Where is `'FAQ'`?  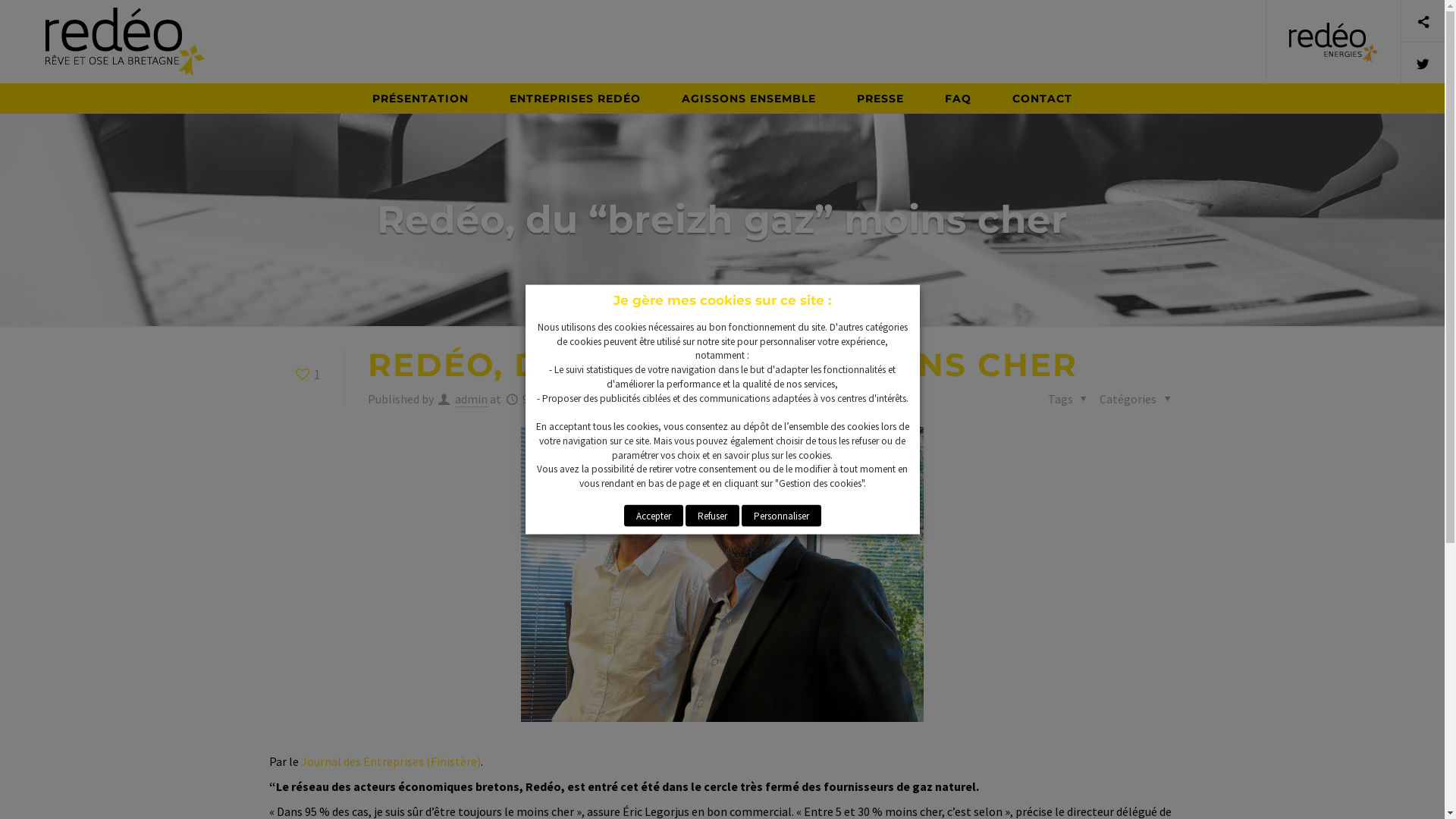
'FAQ' is located at coordinates (957, 99).